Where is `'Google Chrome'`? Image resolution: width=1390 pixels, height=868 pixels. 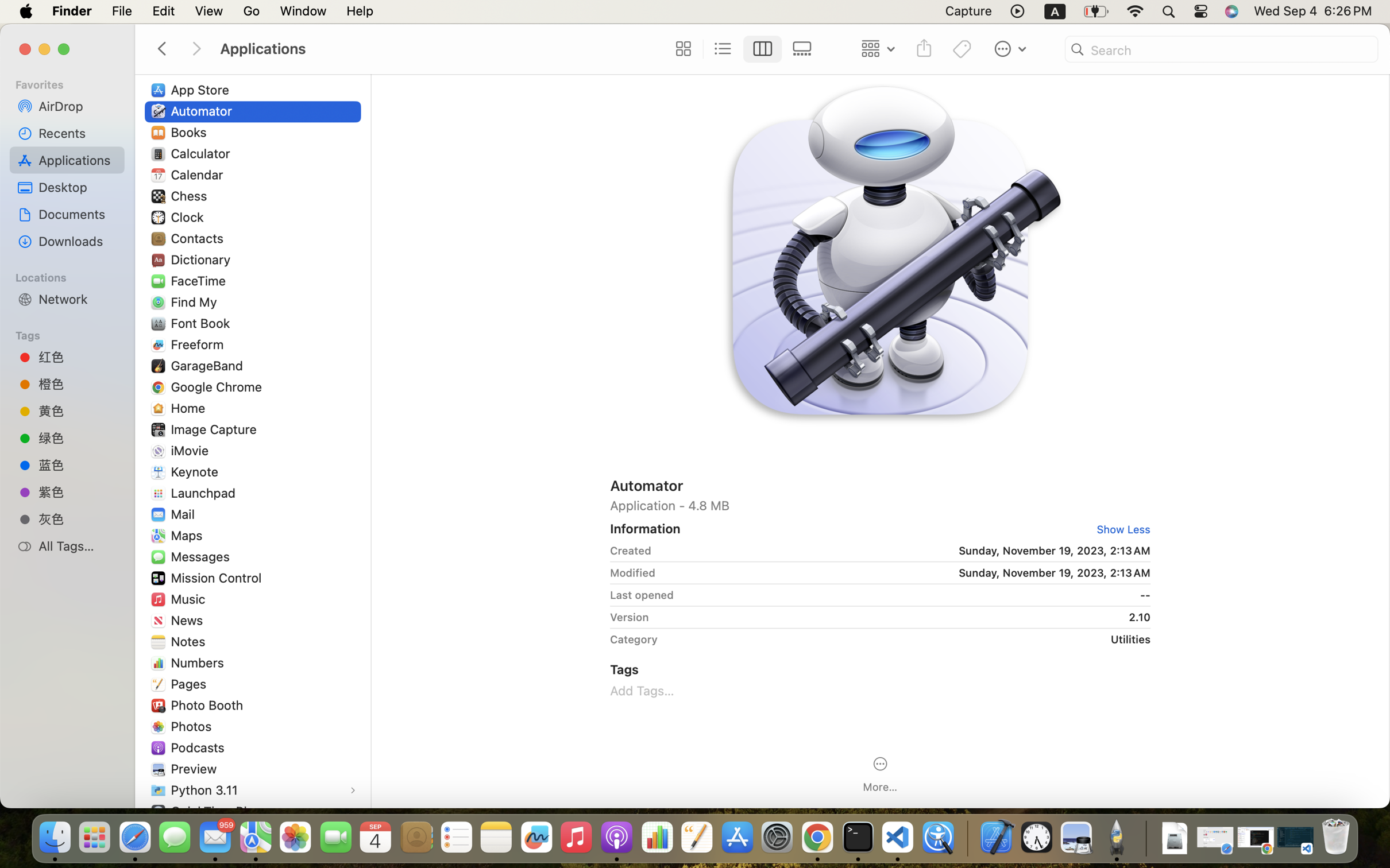
'Google Chrome' is located at coordinates (219, 386).